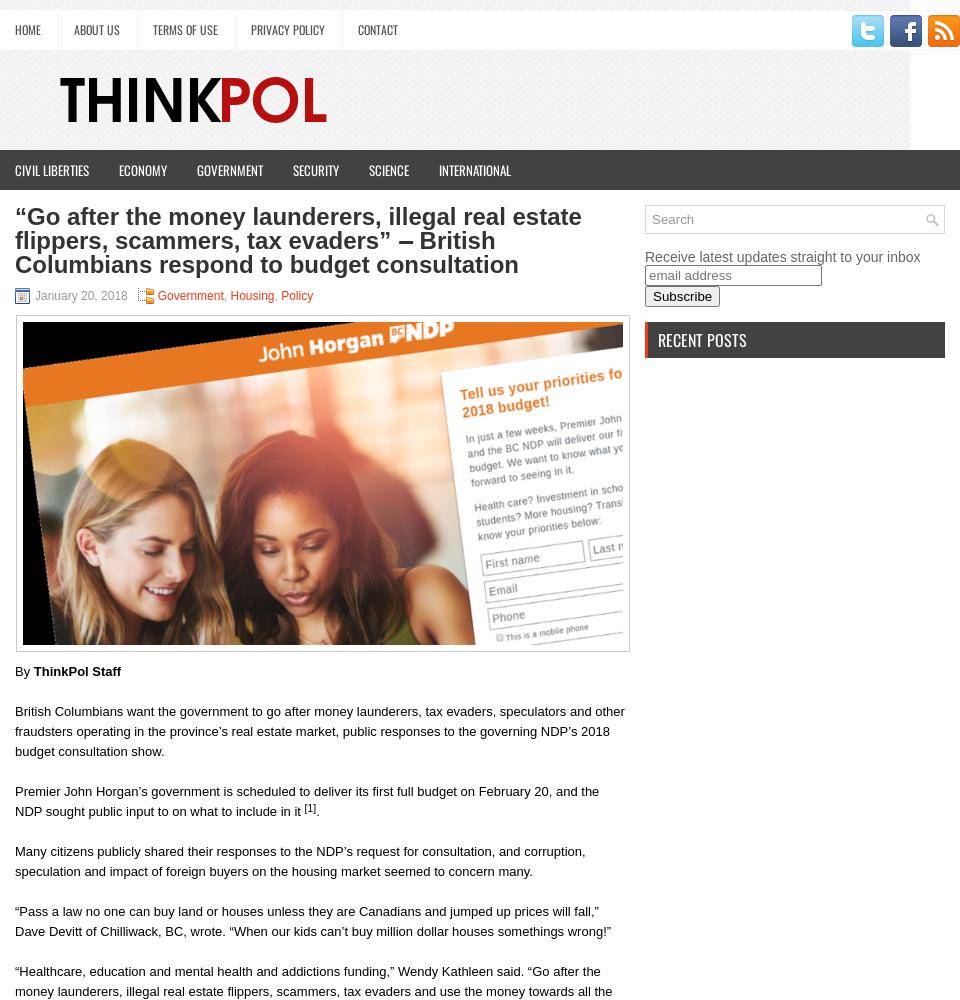  What do you see at coordinates (81, 296) in the screenshot?
I see `'January 20, 2018'` at bounding box center [81, 296].